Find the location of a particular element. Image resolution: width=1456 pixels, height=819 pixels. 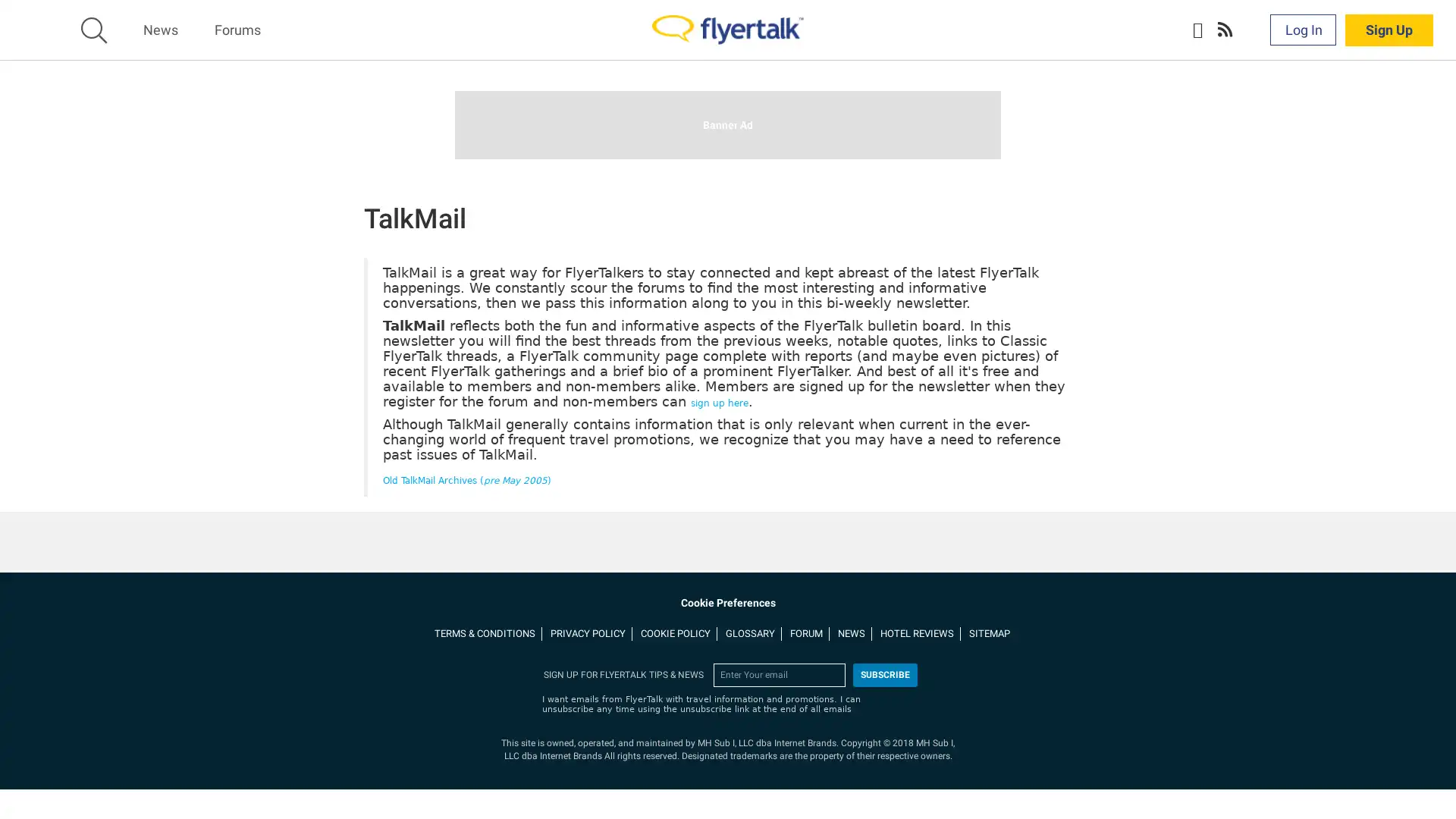

More Information is located at coordinates (854, 787).